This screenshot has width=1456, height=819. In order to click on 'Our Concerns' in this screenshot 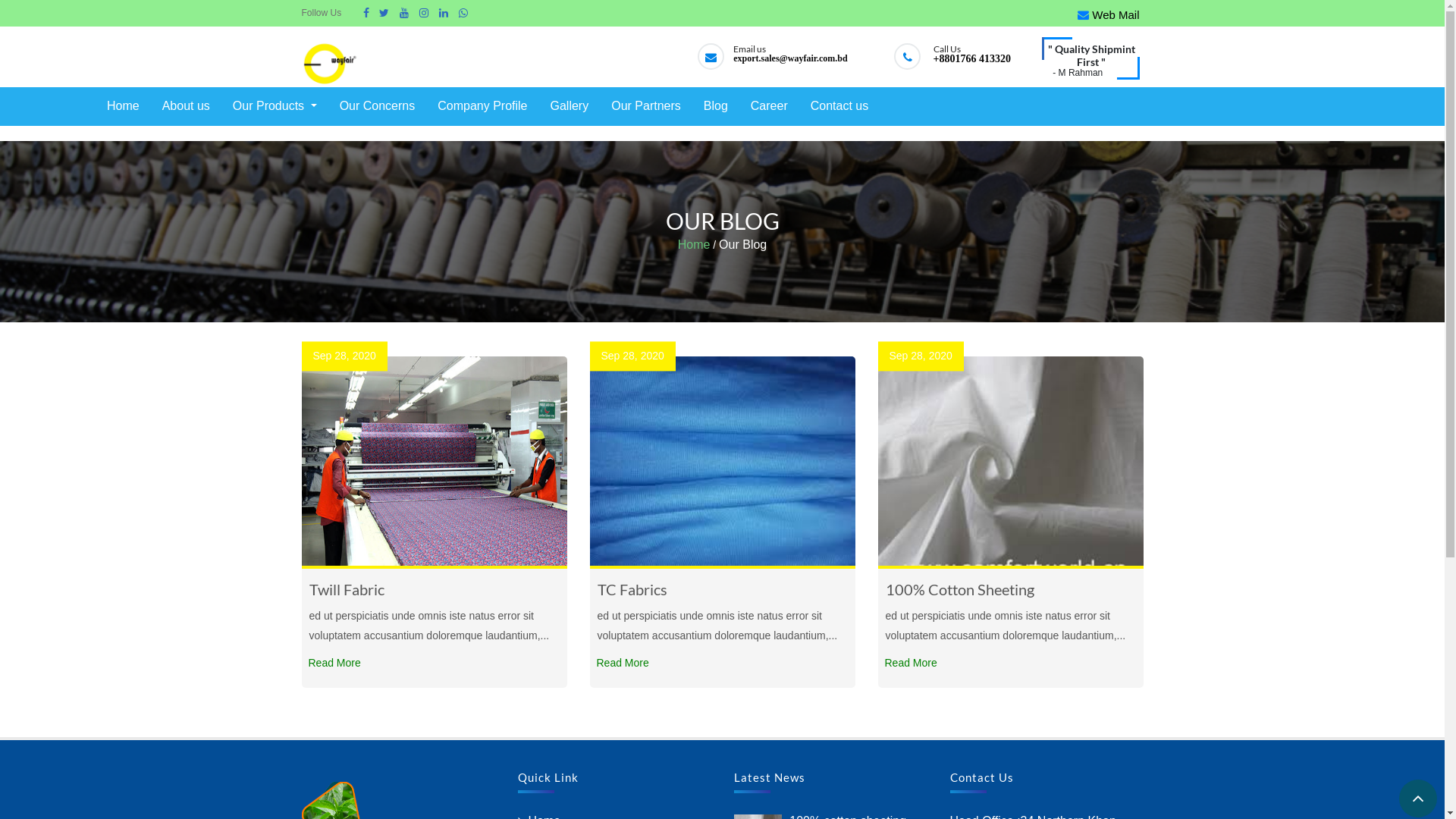, I will do `click(334, 105)`.